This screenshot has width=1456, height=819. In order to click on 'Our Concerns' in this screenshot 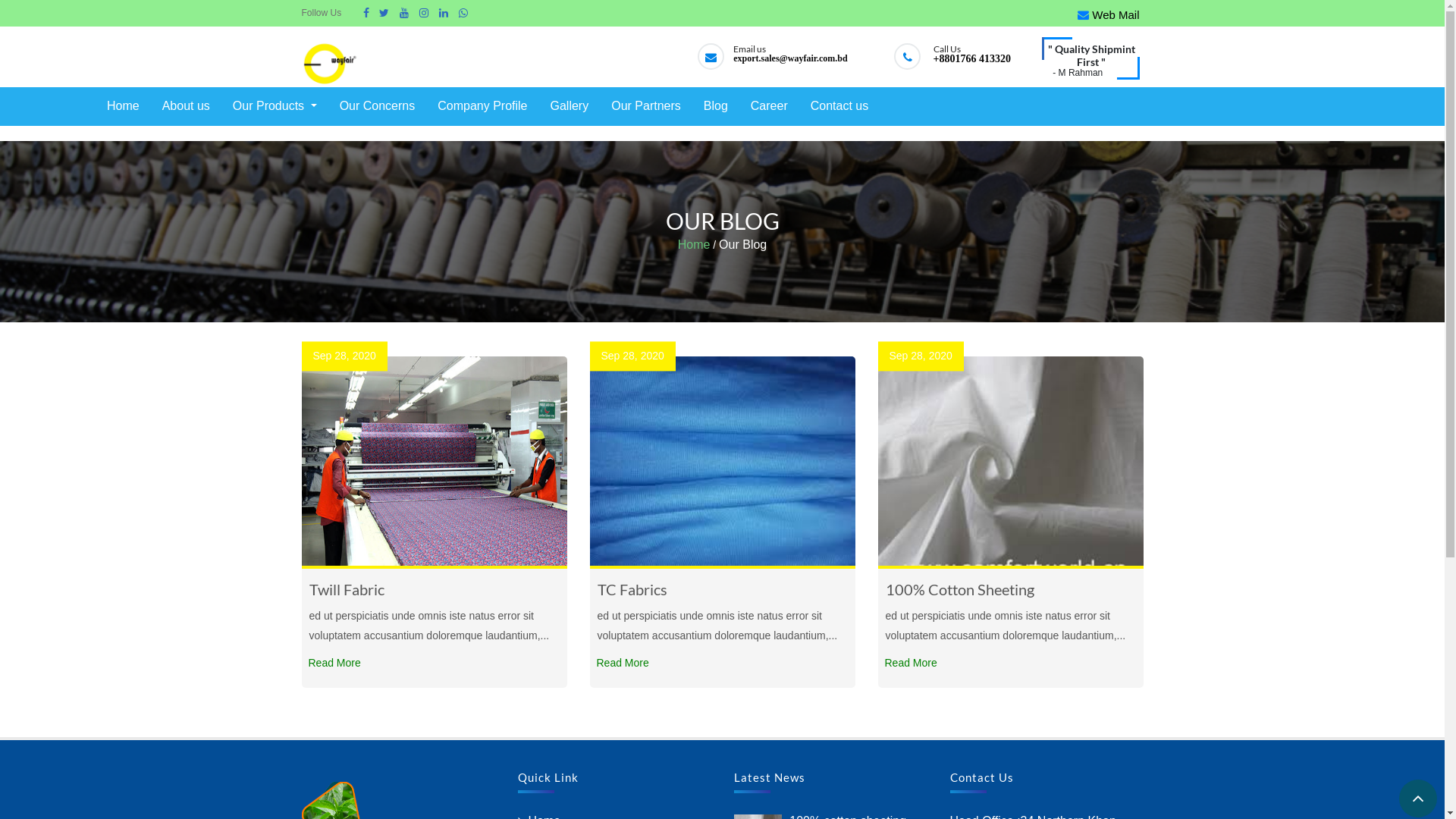, I will do `click(334, 105)`.